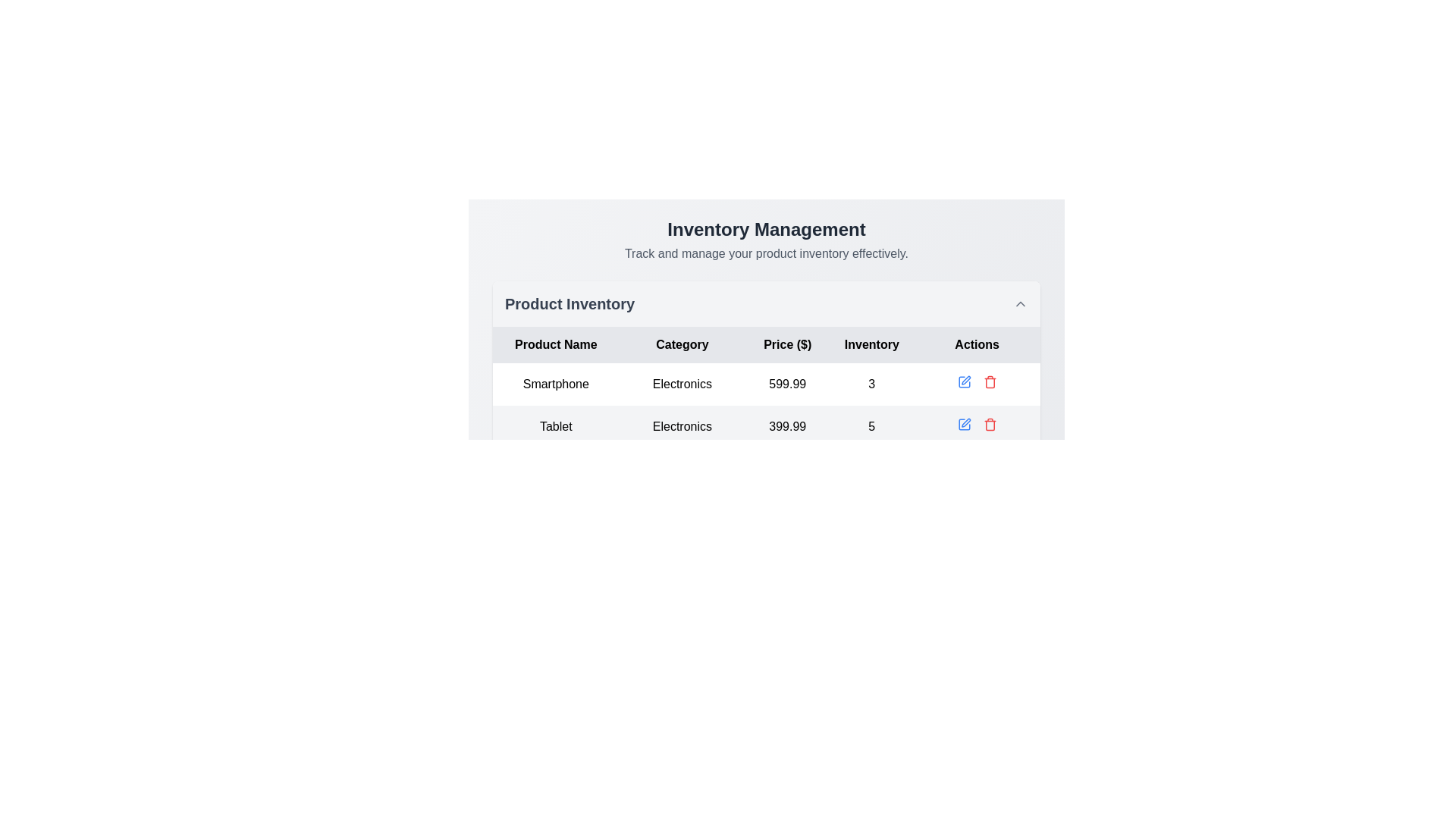 The image size is (1456, 819). I want to click on the text label 'Product Inventory', which is prominently displayed in bold, larger dark gray font in the header section of the table interface, so click(569, 304).